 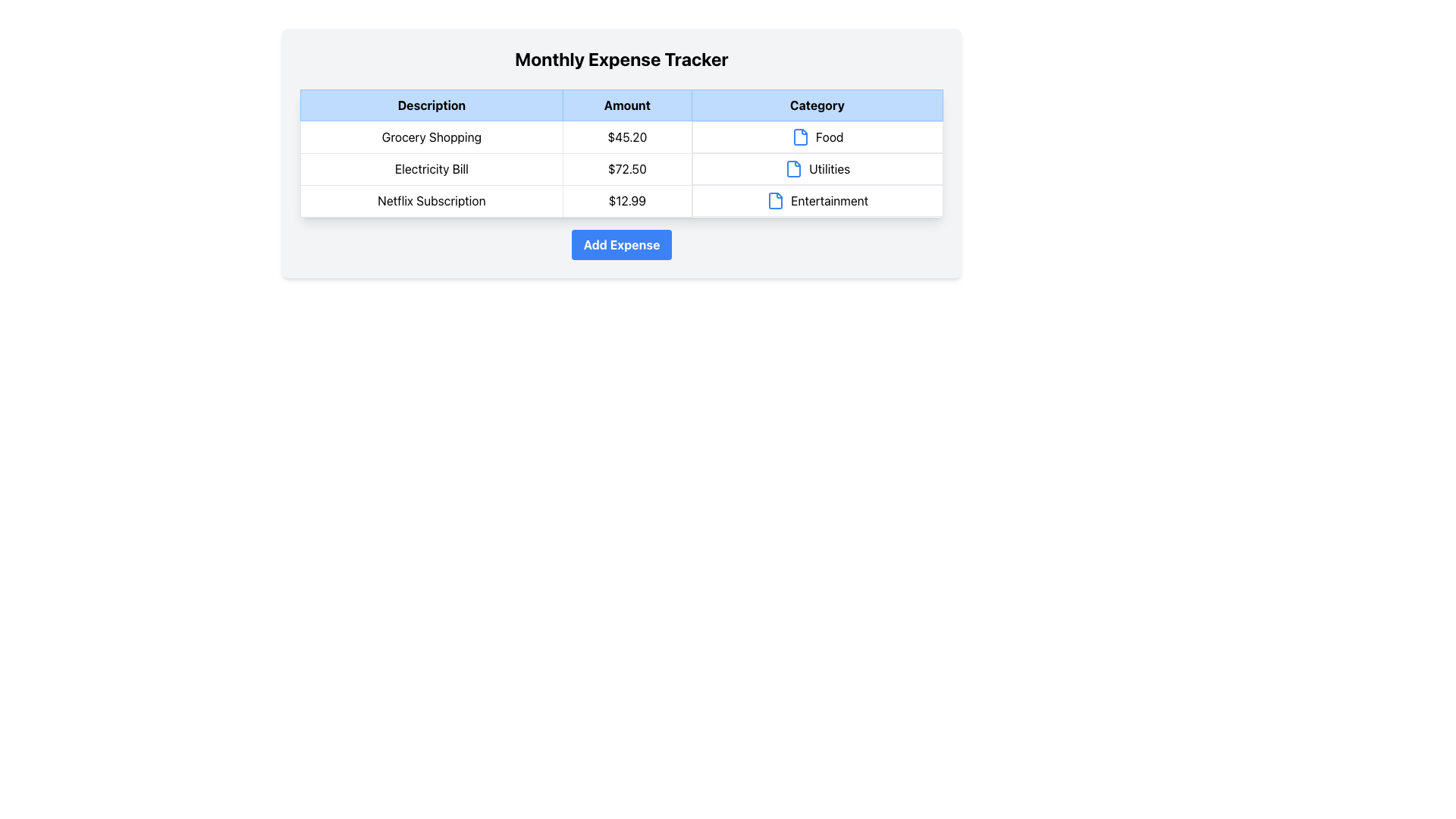 What do you see at coordinates (622, 169) in the screenshot?
I see `the second row of the 'Monthly Expense Tracker' table, which describes the 'Electricity Bill' expense for further actions or details` at bounding box center [622, 169].